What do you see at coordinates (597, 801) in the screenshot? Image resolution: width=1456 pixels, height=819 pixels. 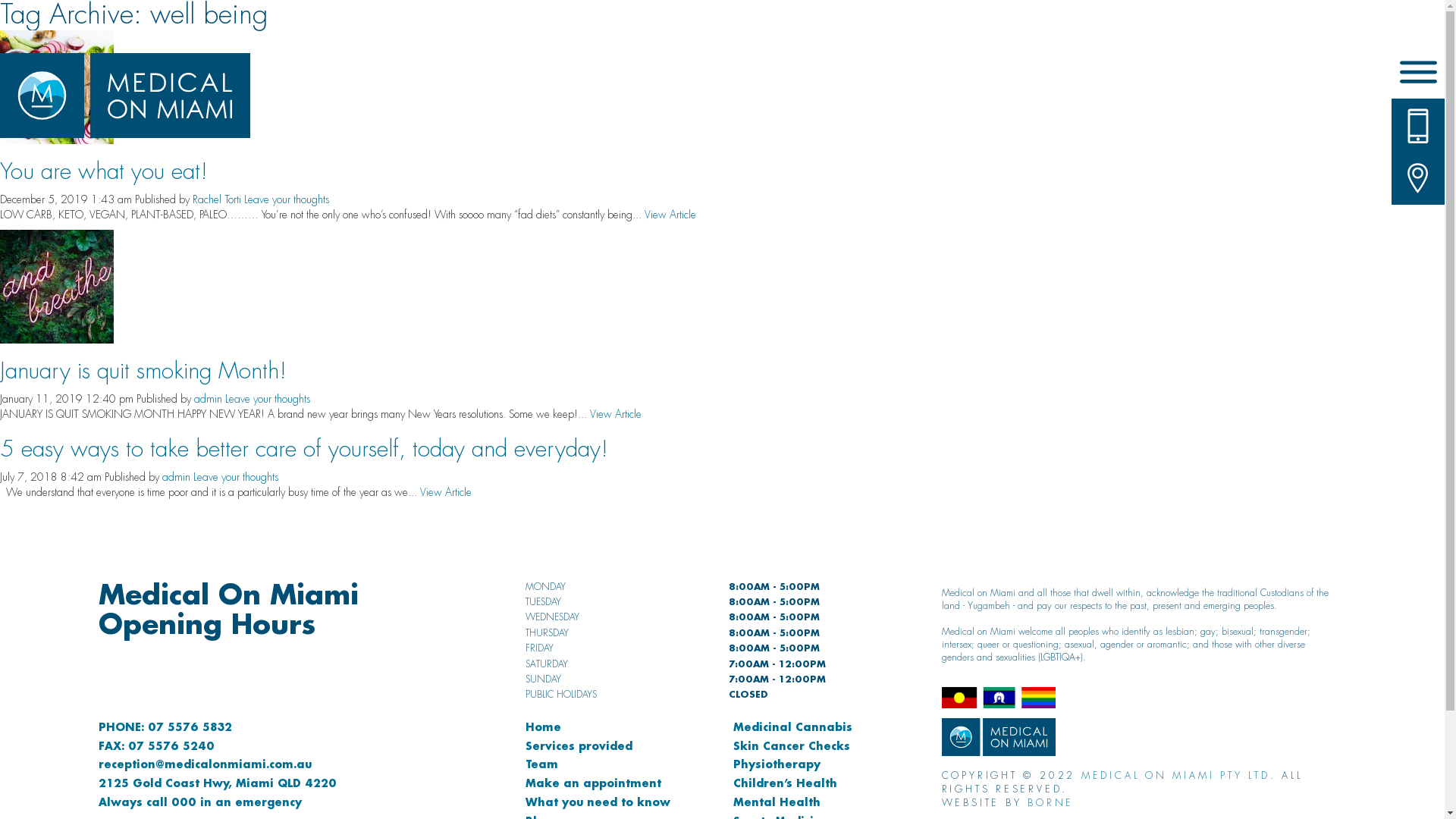 I see `'What you need to know'` at bounding box center [597, 801].